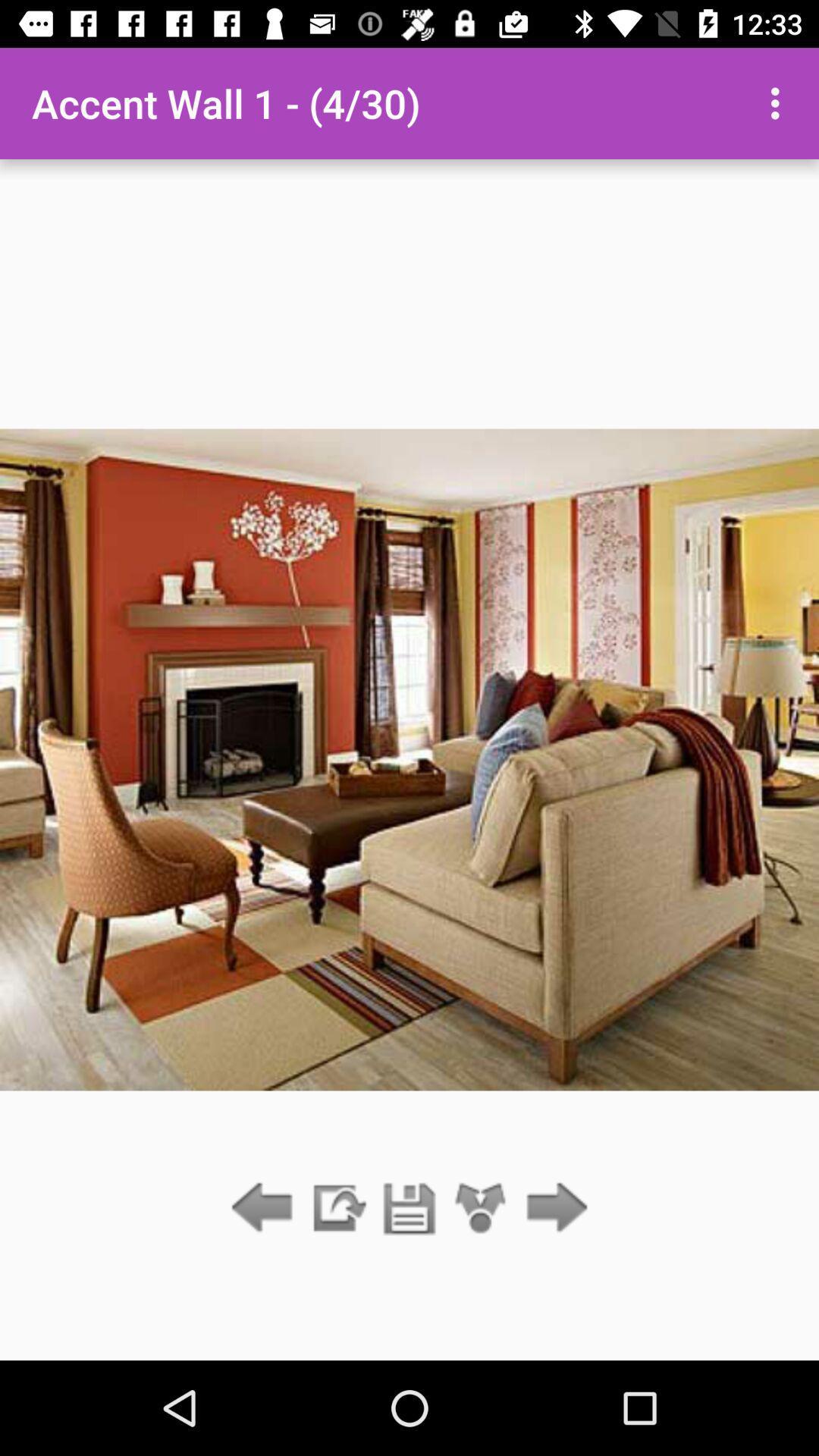 This screenshot has width=819, height=1456. What do you see at coordinates (337, 1208) in the screenshot?
I see `copy` at bounding box center [337, 1208].